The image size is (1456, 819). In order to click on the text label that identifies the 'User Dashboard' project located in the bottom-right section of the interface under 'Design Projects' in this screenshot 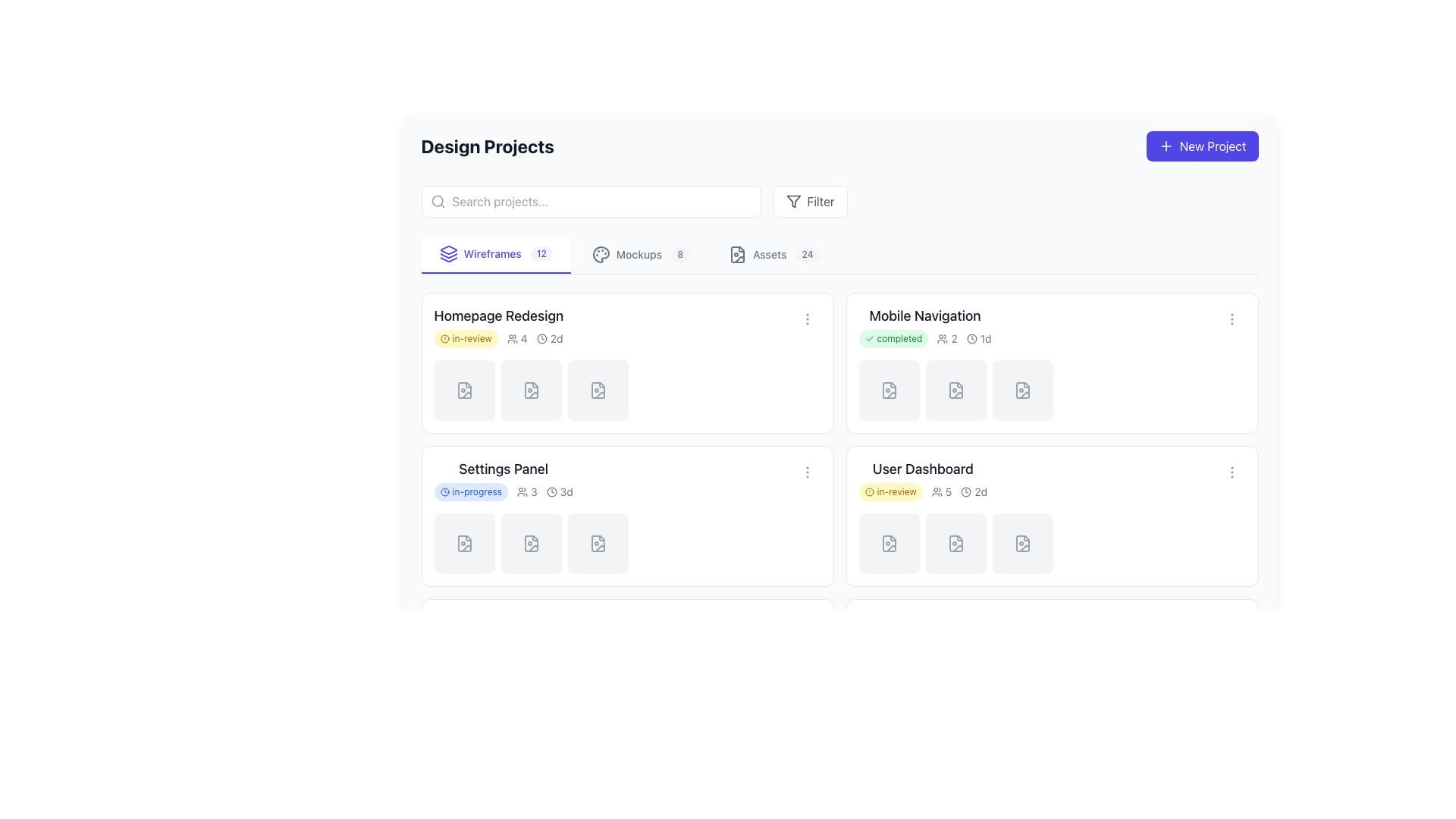, I will do `click(922, 468)`.